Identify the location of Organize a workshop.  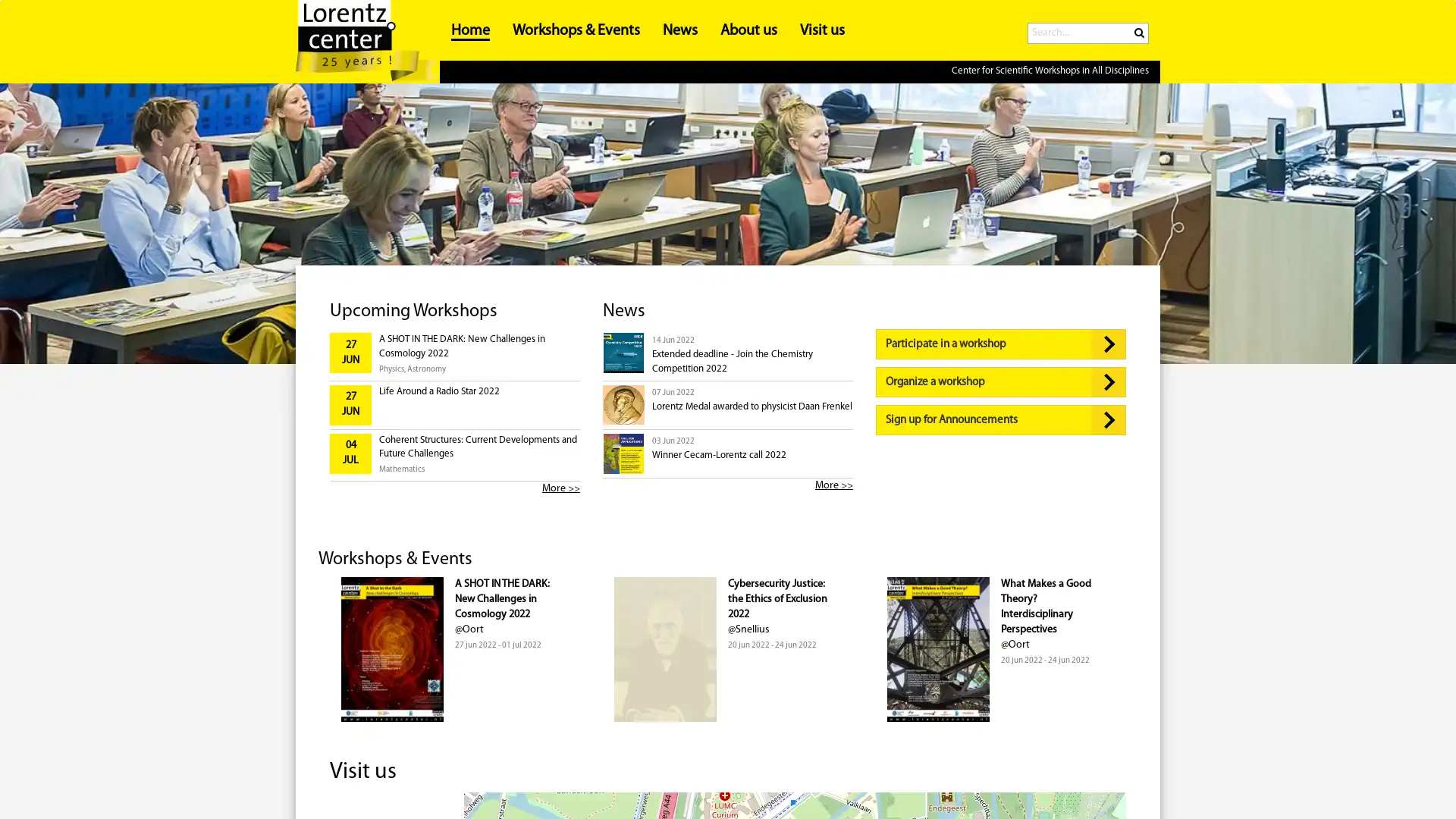
(1001, 381).